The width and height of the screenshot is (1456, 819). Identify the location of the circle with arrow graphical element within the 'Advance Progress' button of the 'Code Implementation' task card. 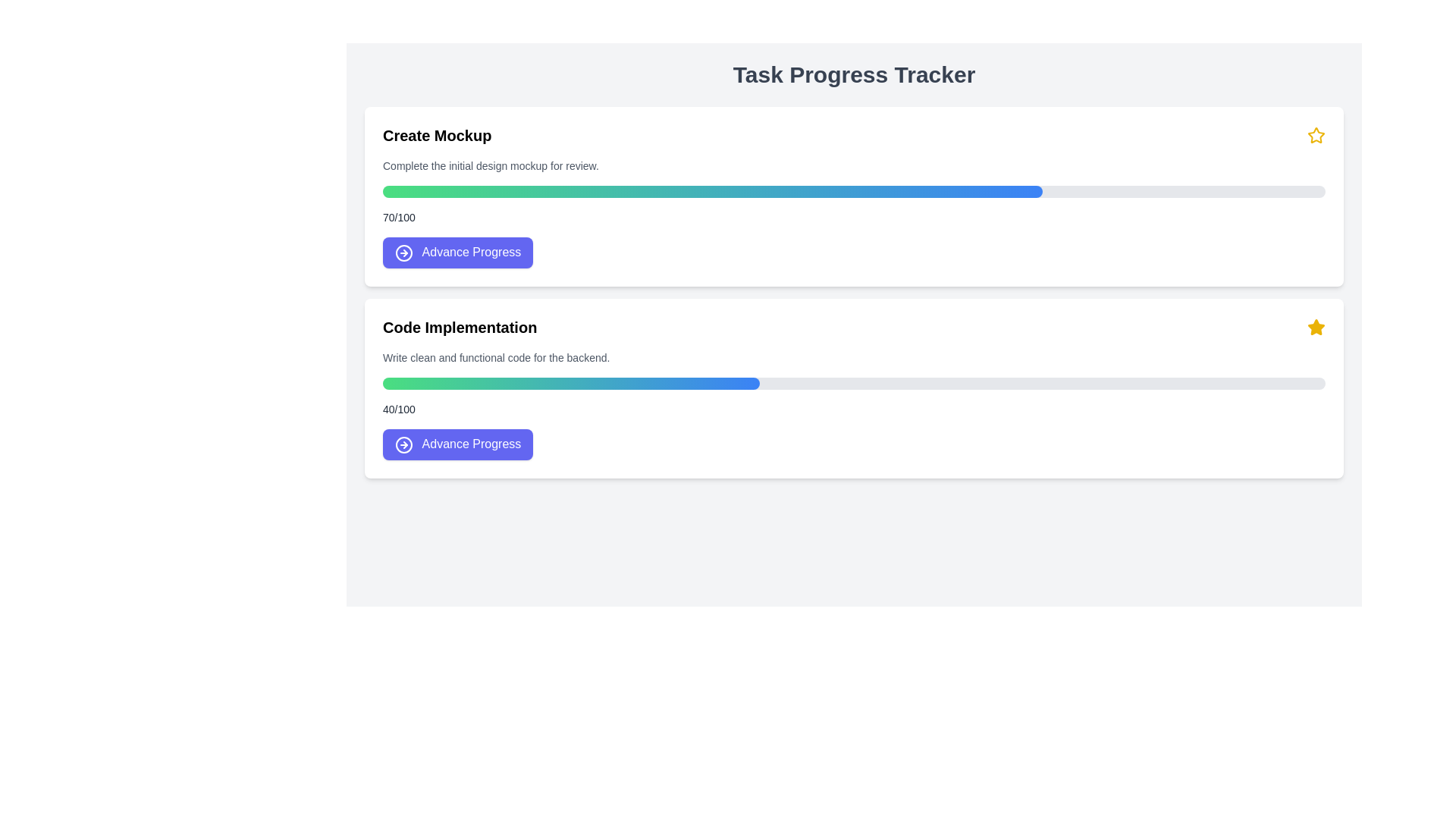
(403, 444).